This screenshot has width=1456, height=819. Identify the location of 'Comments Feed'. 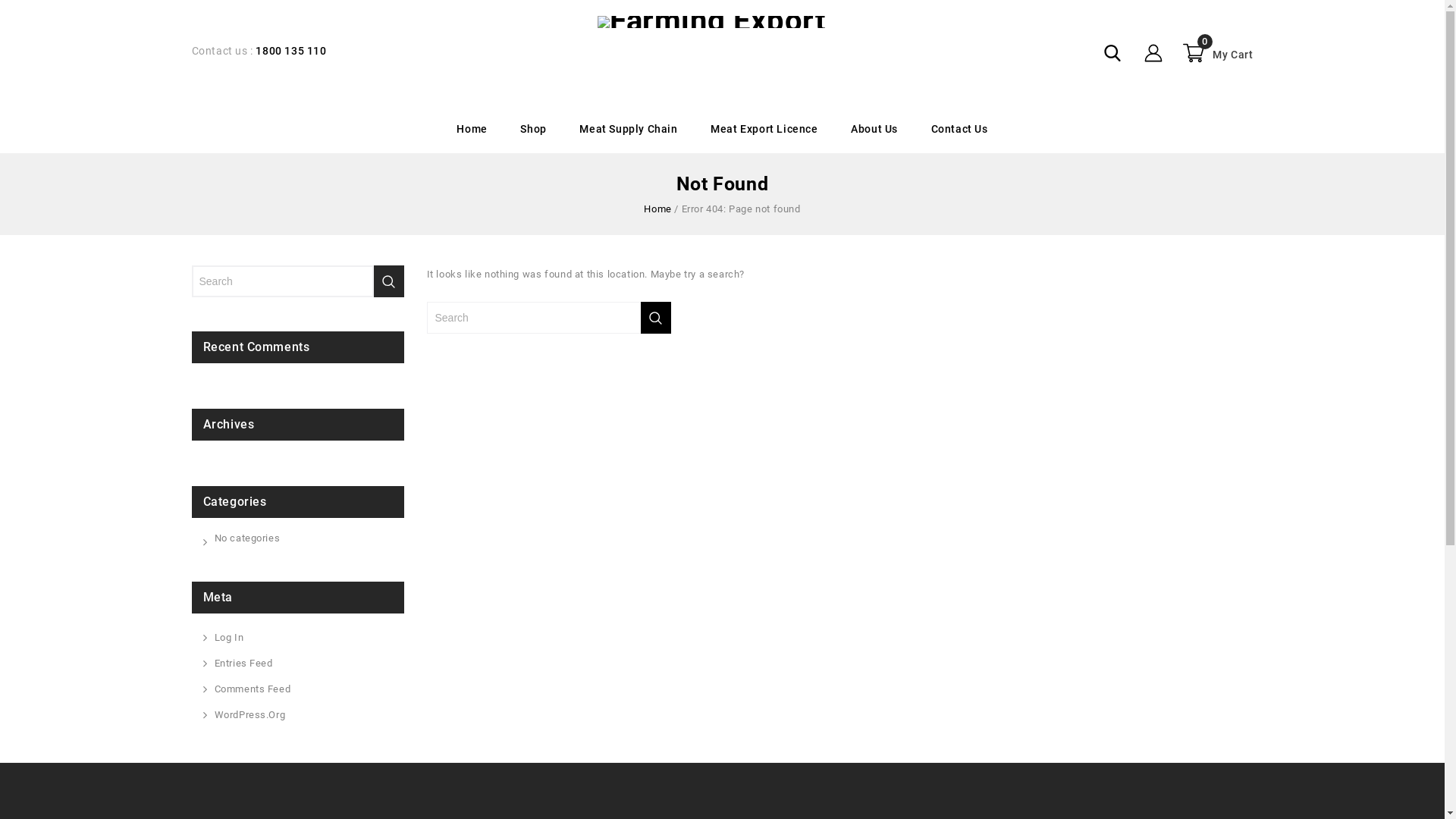
(213, 689).